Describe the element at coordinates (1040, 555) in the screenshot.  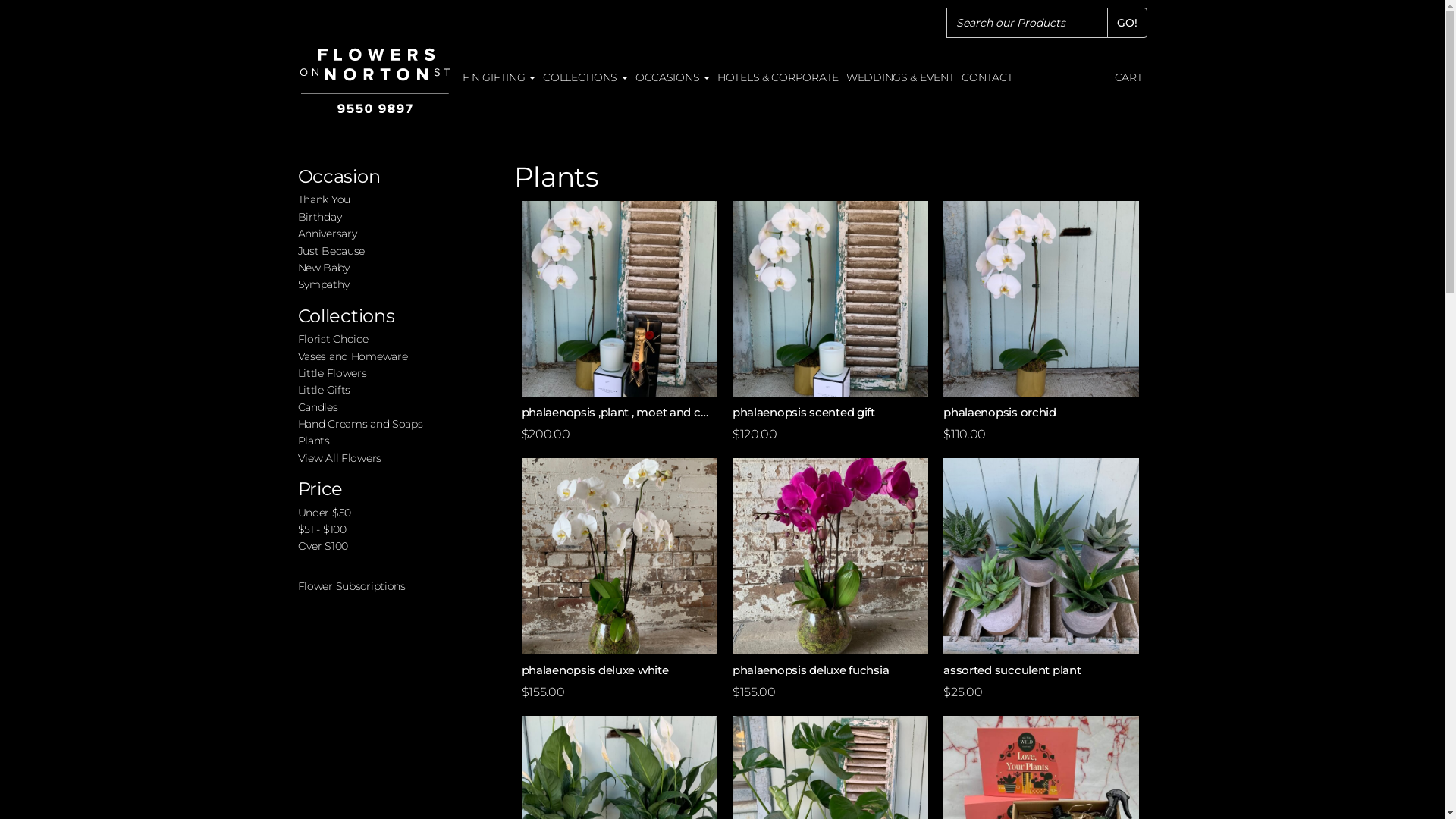
I see `'Assorted Succulent Plant'` at that location.